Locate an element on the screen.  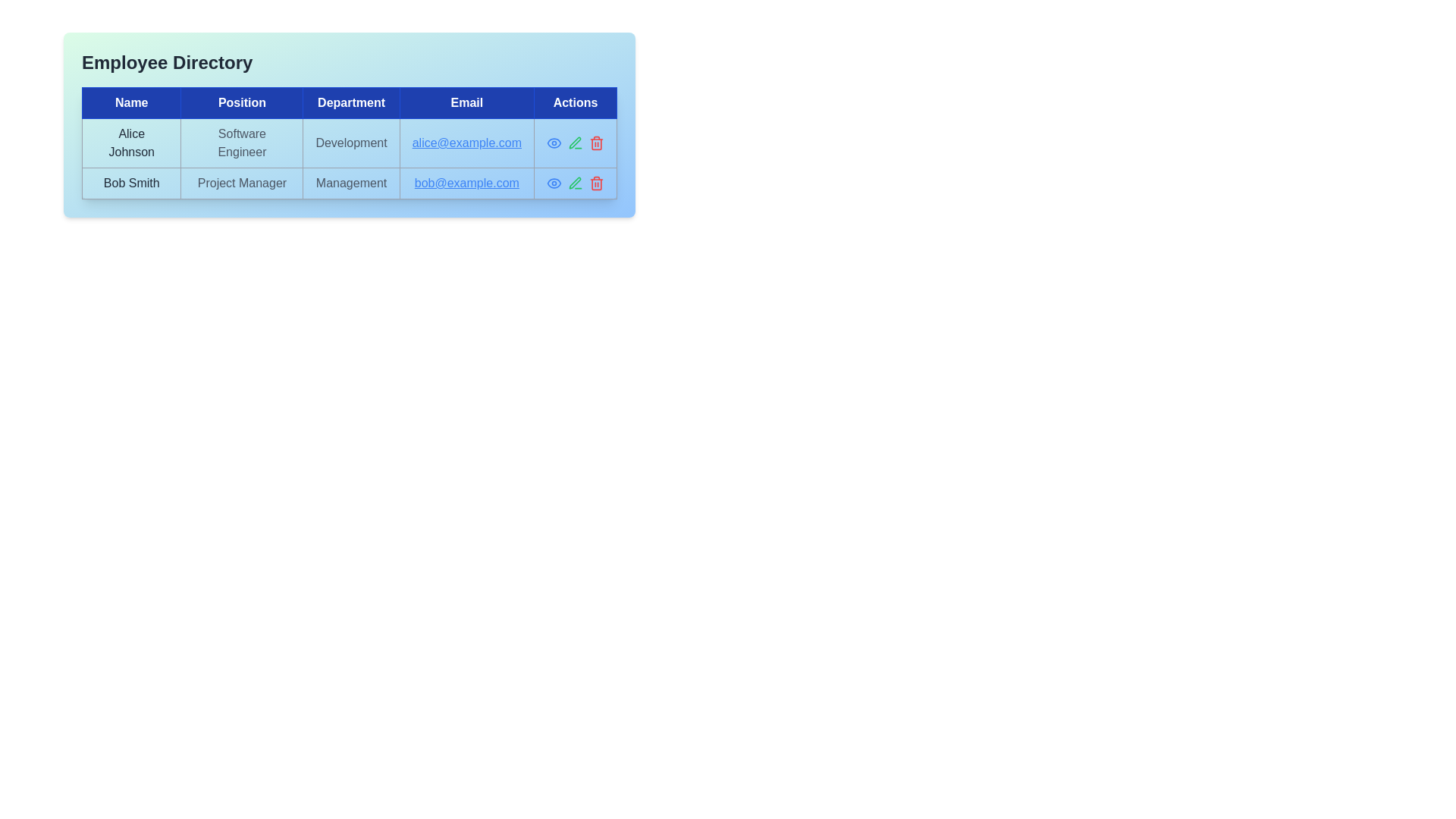
the text label displaying 'Bob Smith' in the employee directory is located at coordinates (131, 183).